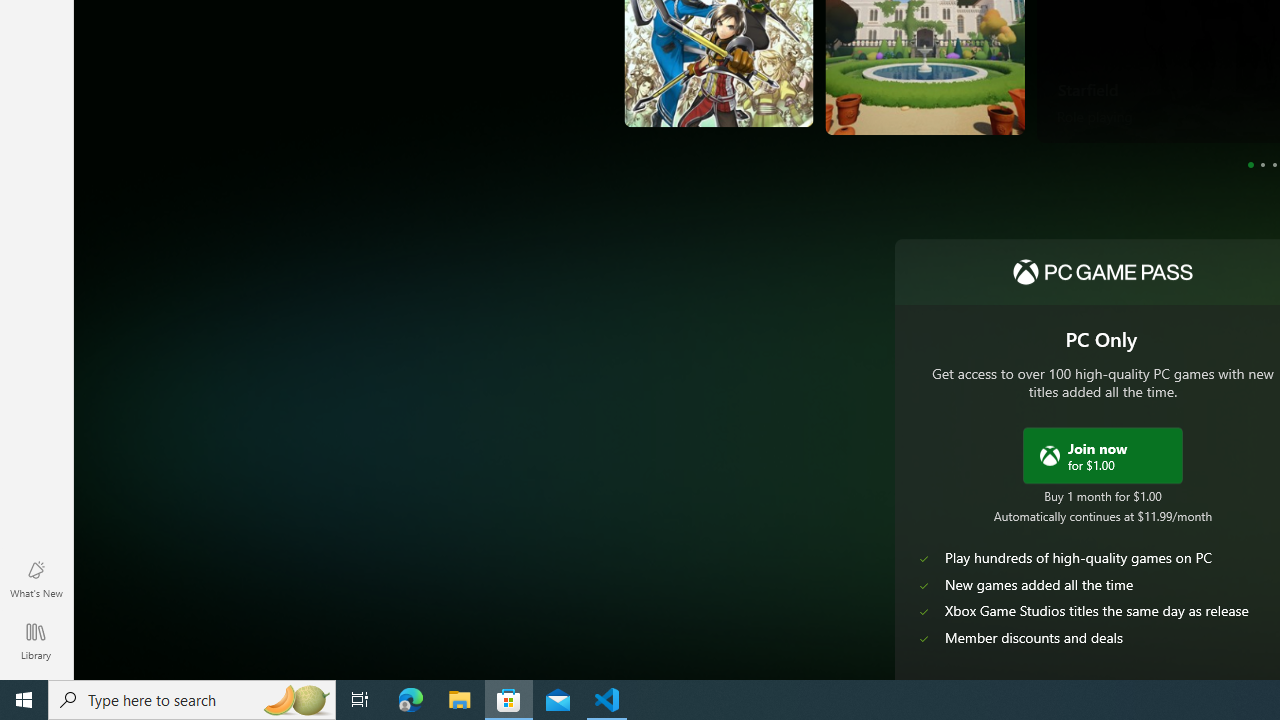  I want to click on 'Join PC Game Pass now for $1.00', so click(1101, 455).